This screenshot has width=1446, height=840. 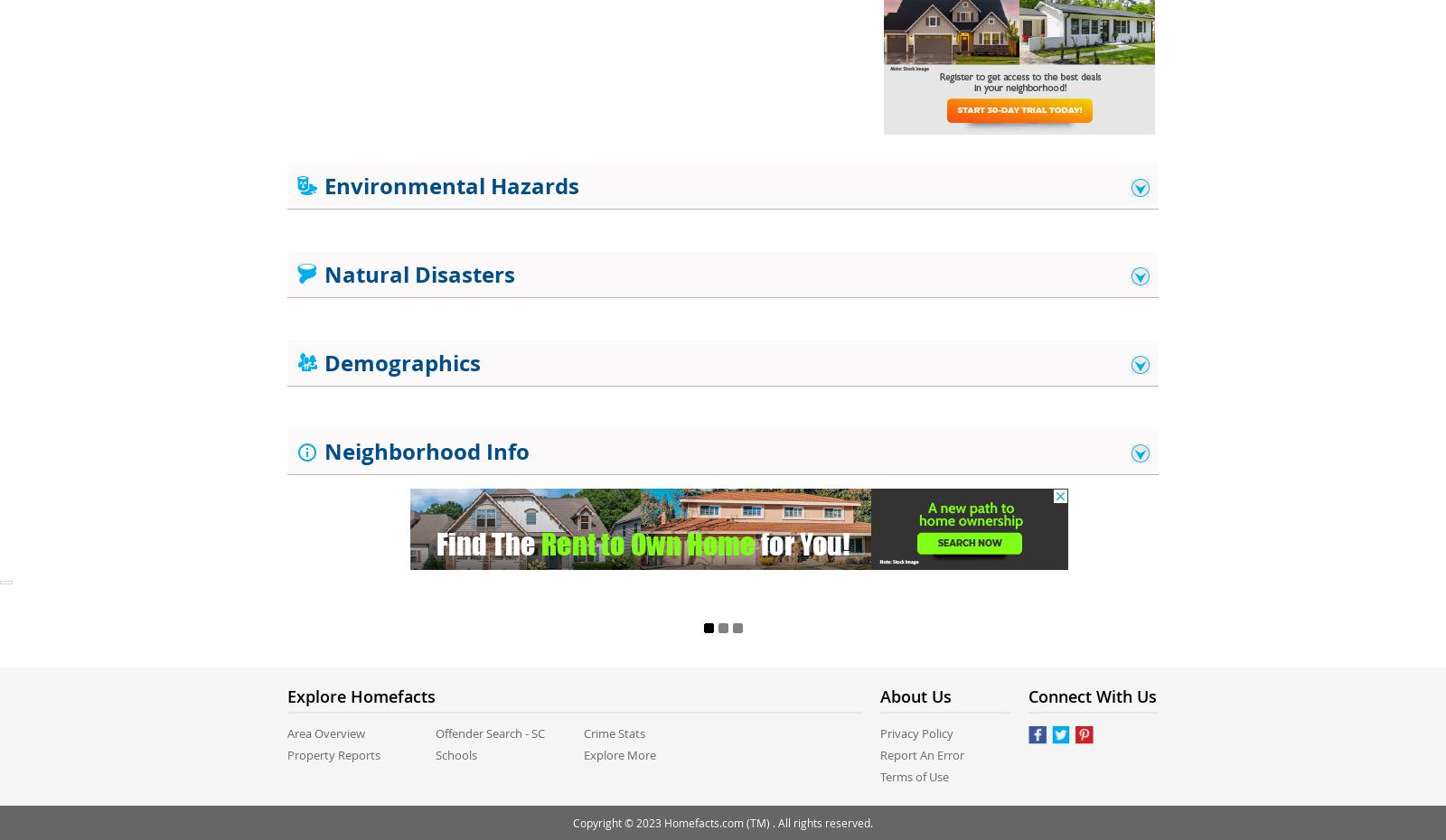 I want to click on 'About us', so click(x=879, y=695).